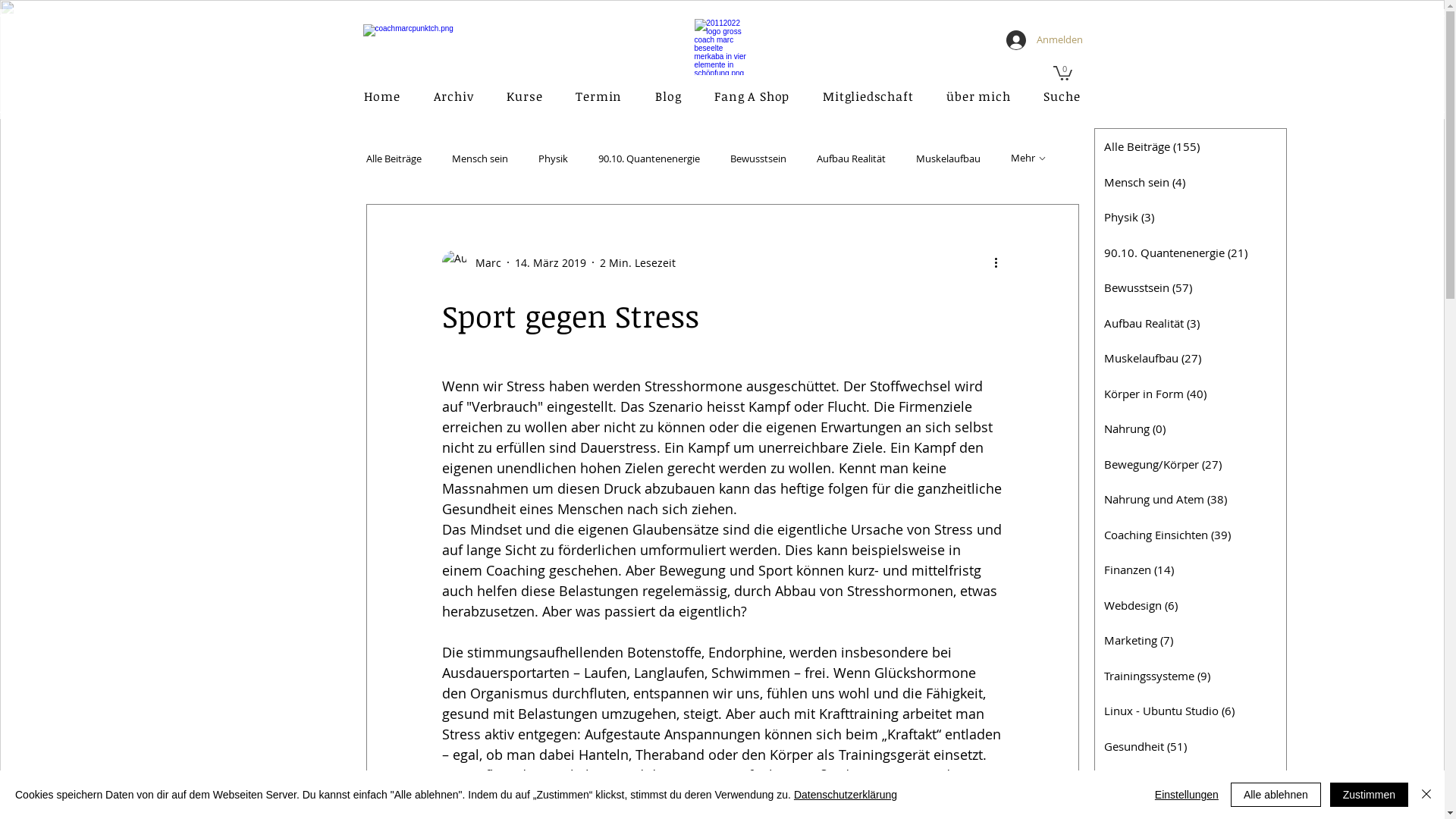 The height and width of the screenshot is (819, 1456). What do you see at coordinates (1061, 96) in the screenshot?
I see `'Suche'` at bounding box center [1061, 96].